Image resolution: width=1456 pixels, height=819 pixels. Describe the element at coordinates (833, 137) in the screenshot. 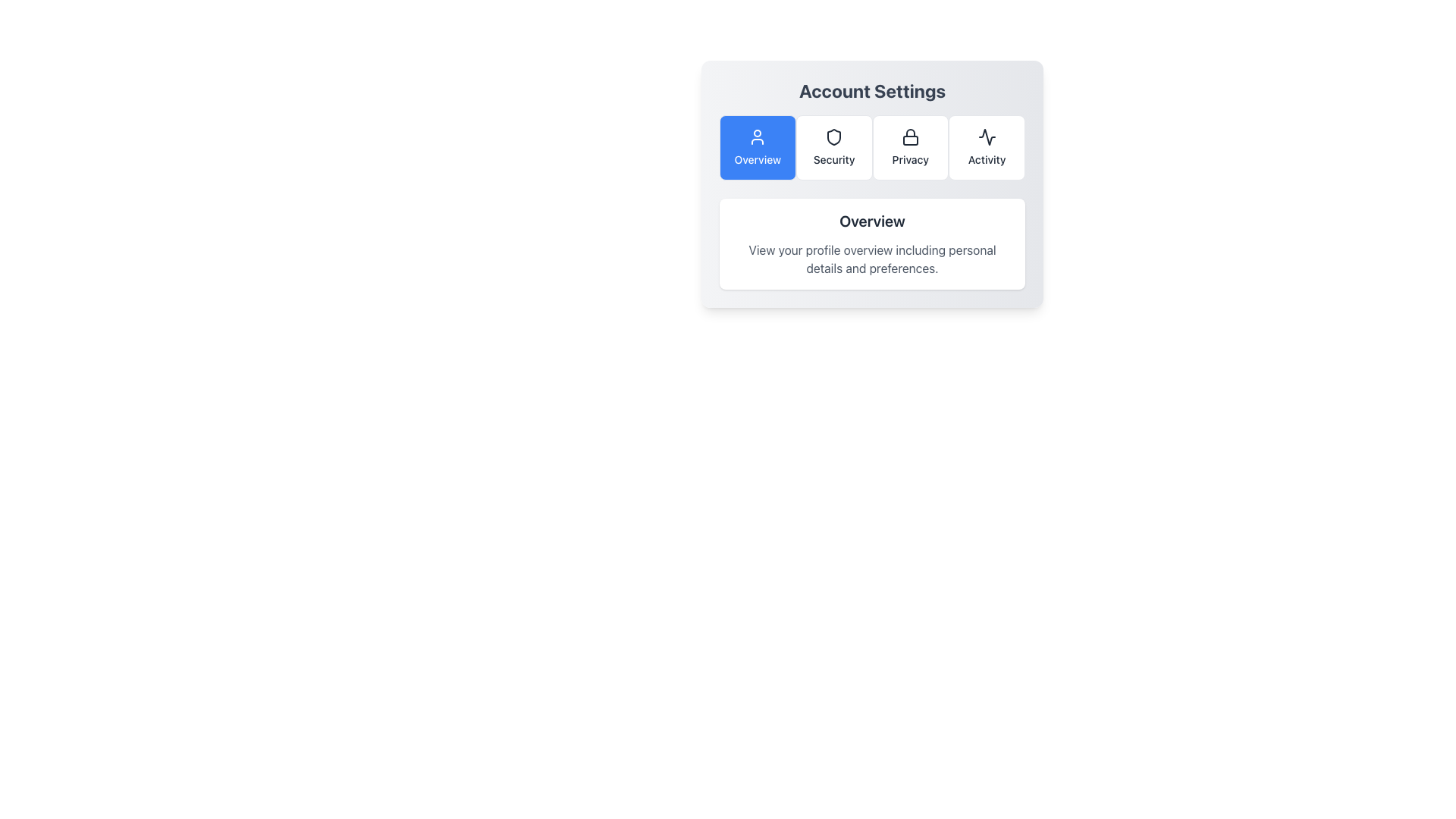

I see `the shield icon representing the 'Security' feature, located at the center of the 'Security' button` at that location.